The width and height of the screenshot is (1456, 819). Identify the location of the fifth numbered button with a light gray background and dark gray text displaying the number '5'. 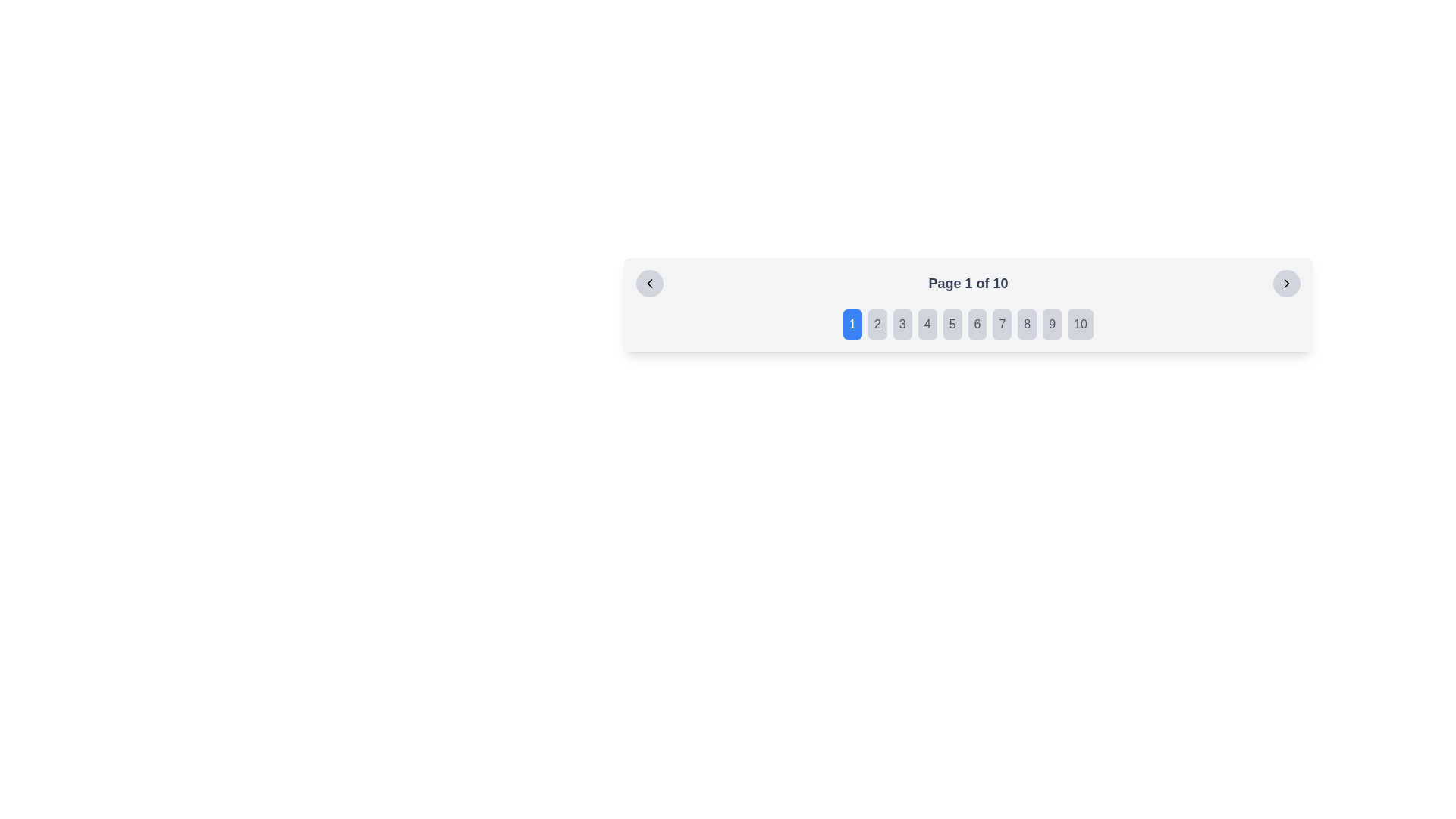
(952, 324).